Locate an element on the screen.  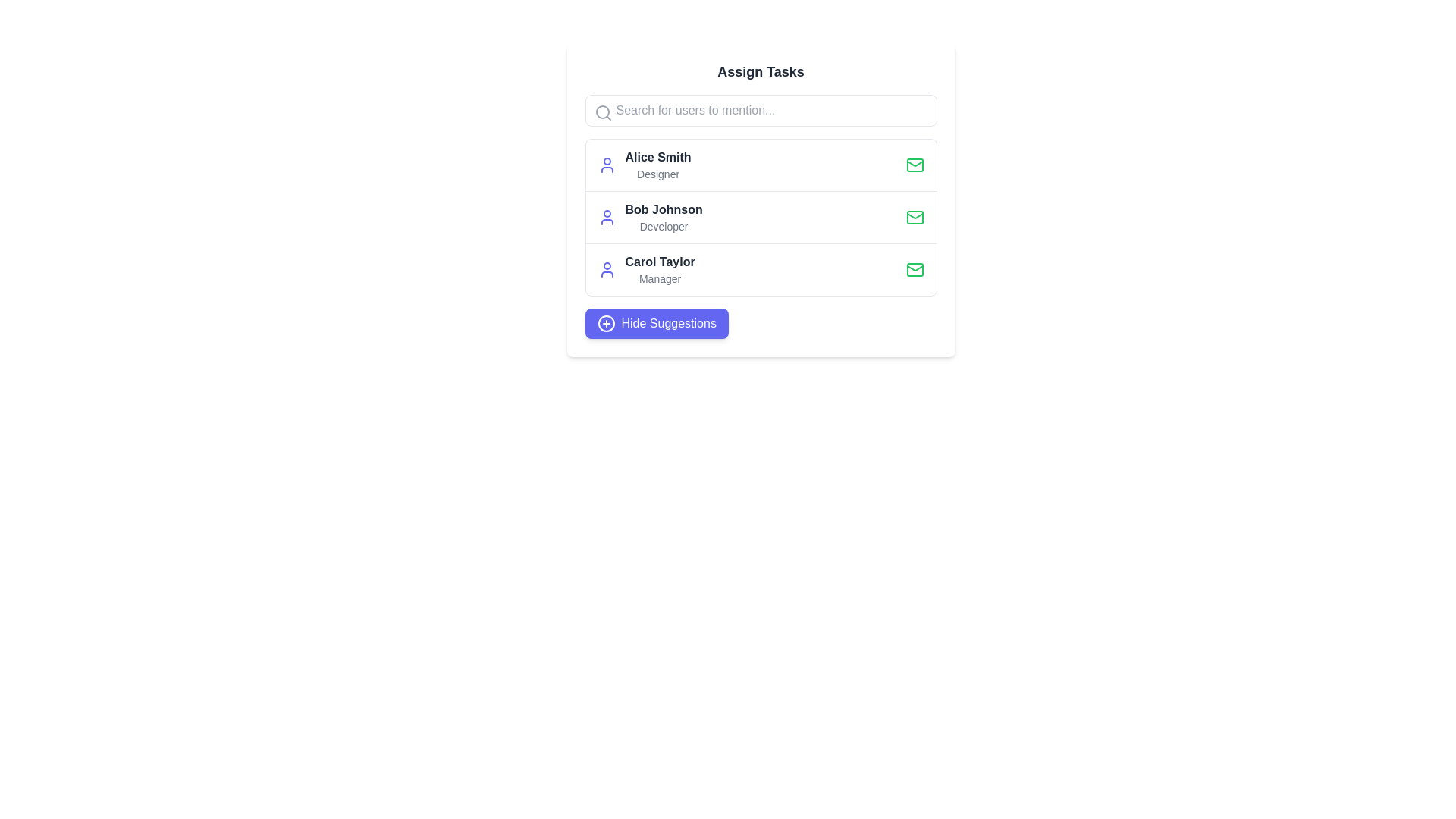
the input field surrounding the SVG circle element, which is styled with a thin stroke and located within the search magnifier icon at the top-left corner of the task assignment panel is located at coordinates (601, 111).